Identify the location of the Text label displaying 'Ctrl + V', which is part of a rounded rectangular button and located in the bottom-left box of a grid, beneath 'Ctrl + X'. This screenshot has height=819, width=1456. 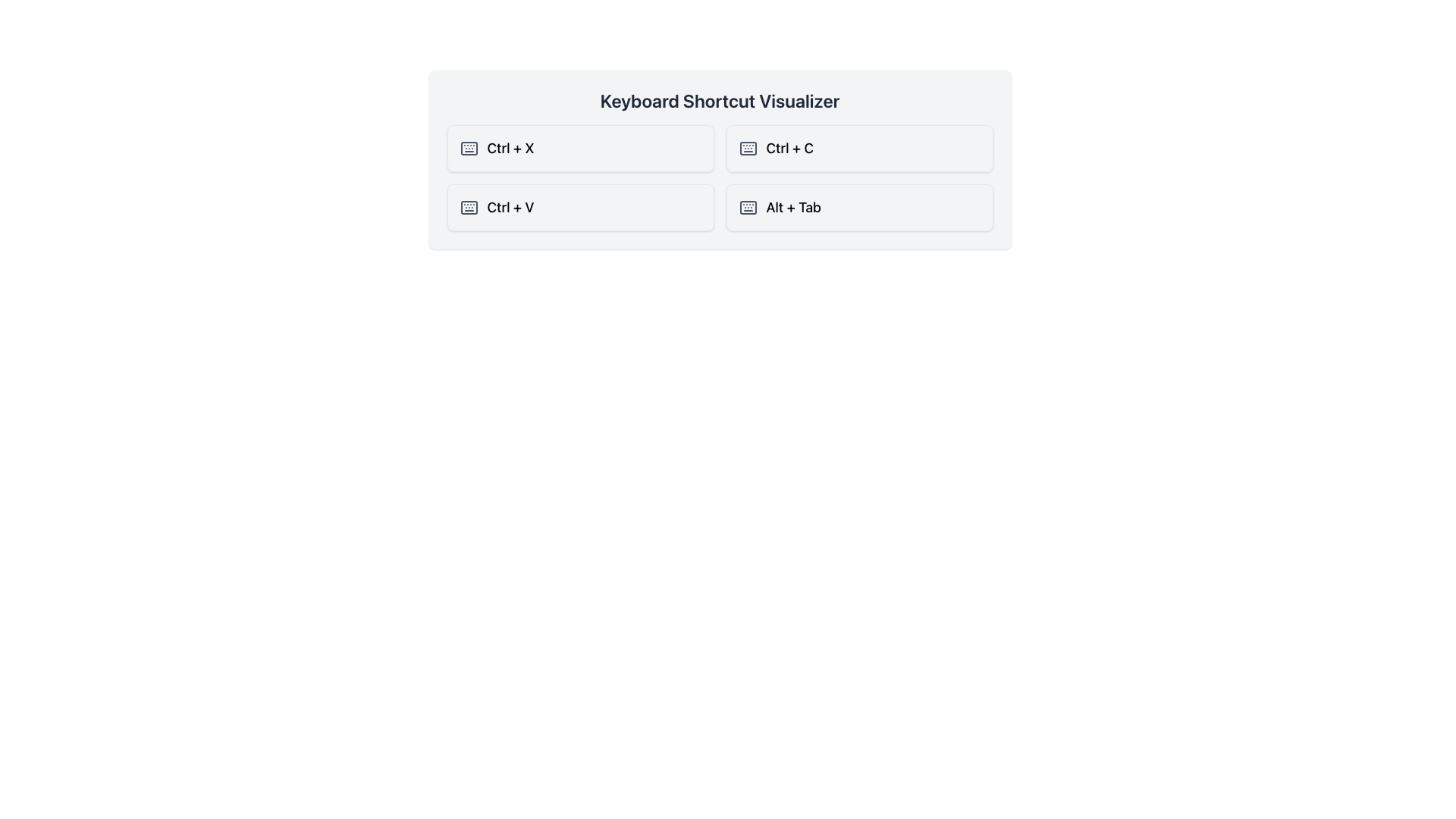
(510, 207).